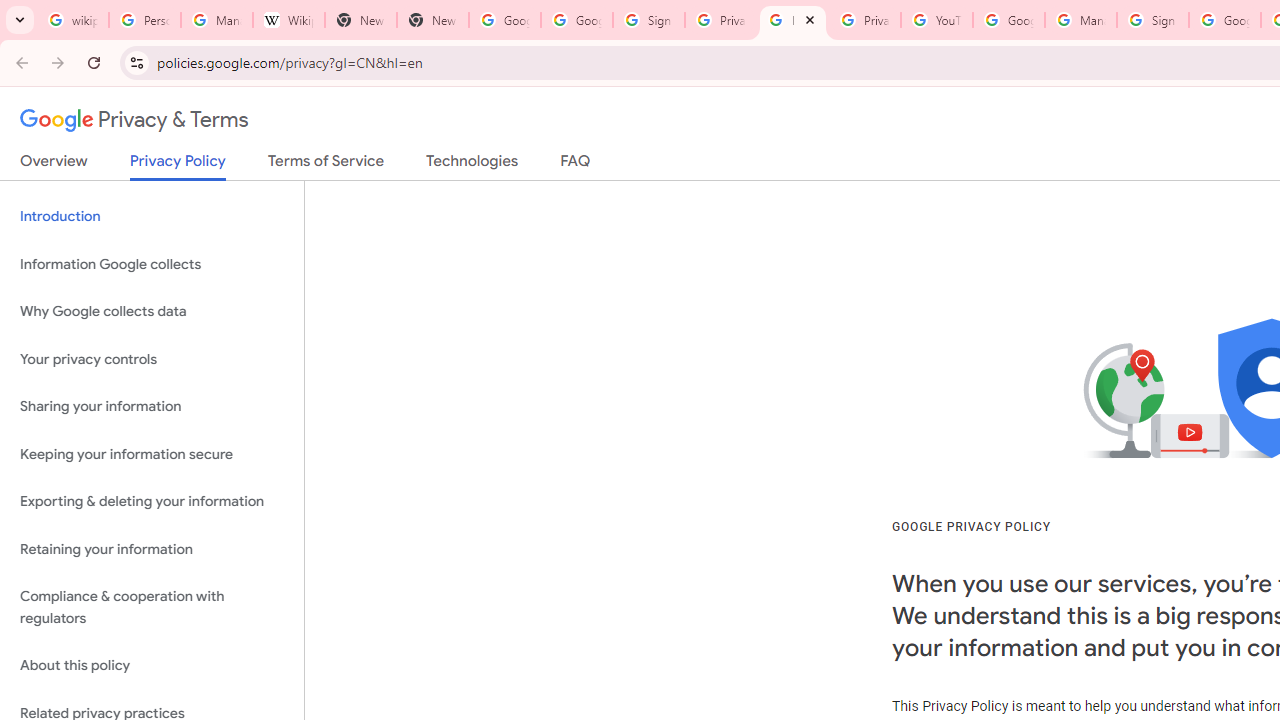  What do you see at coordinates (151, 454) in the screenshot?
I see `'Keeping your information secure'` at bounding box center [151, 454].